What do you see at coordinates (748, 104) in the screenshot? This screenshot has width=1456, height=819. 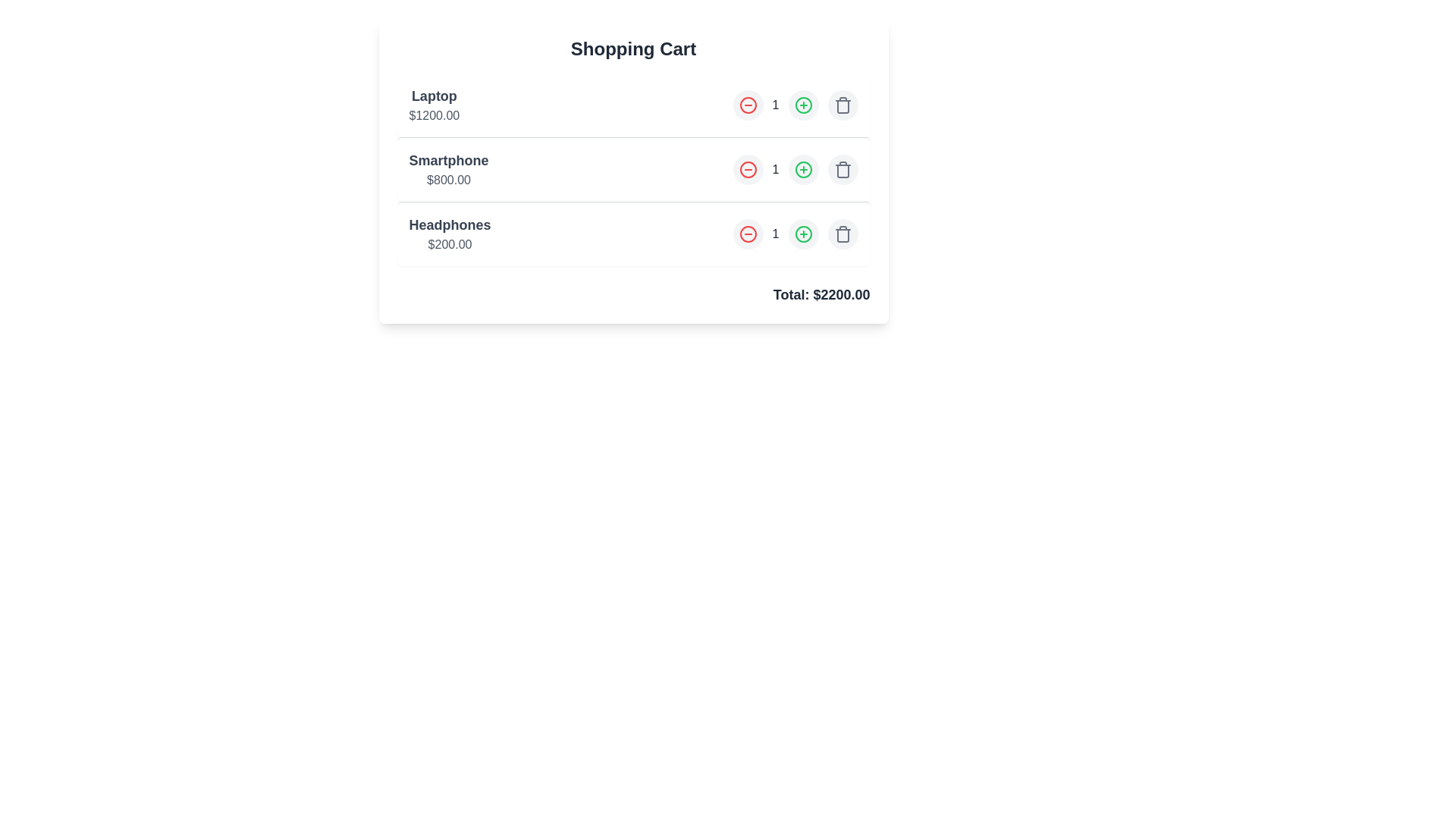 I see `the '-' button for the item Laptop to decrease its quantity` at bounding box center [748, 104].